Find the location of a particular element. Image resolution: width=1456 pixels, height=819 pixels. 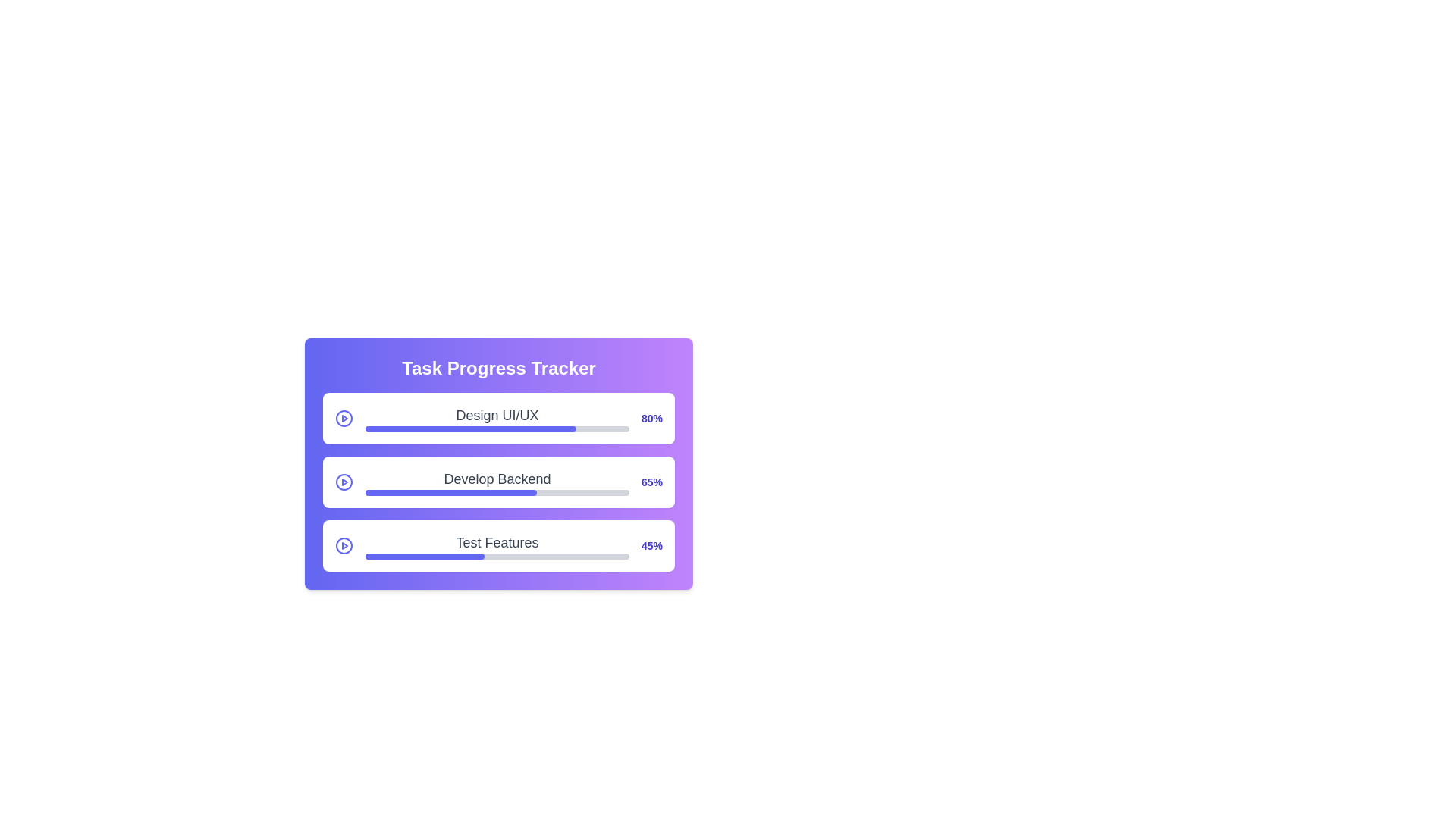

the circular play button icon located at the left side of the 'Develop Backend' task bar is located at coordinates (344, 482).